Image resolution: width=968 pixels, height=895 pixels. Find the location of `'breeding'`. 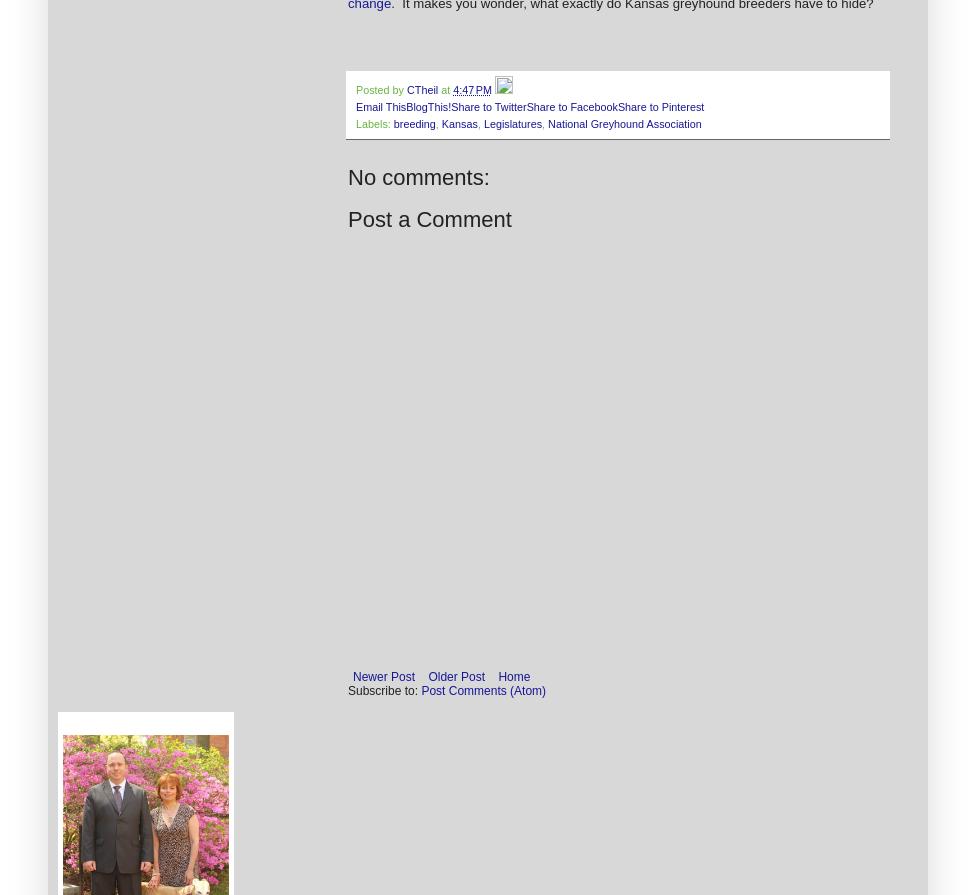

'breeding' is located at coordinates (414, 123).